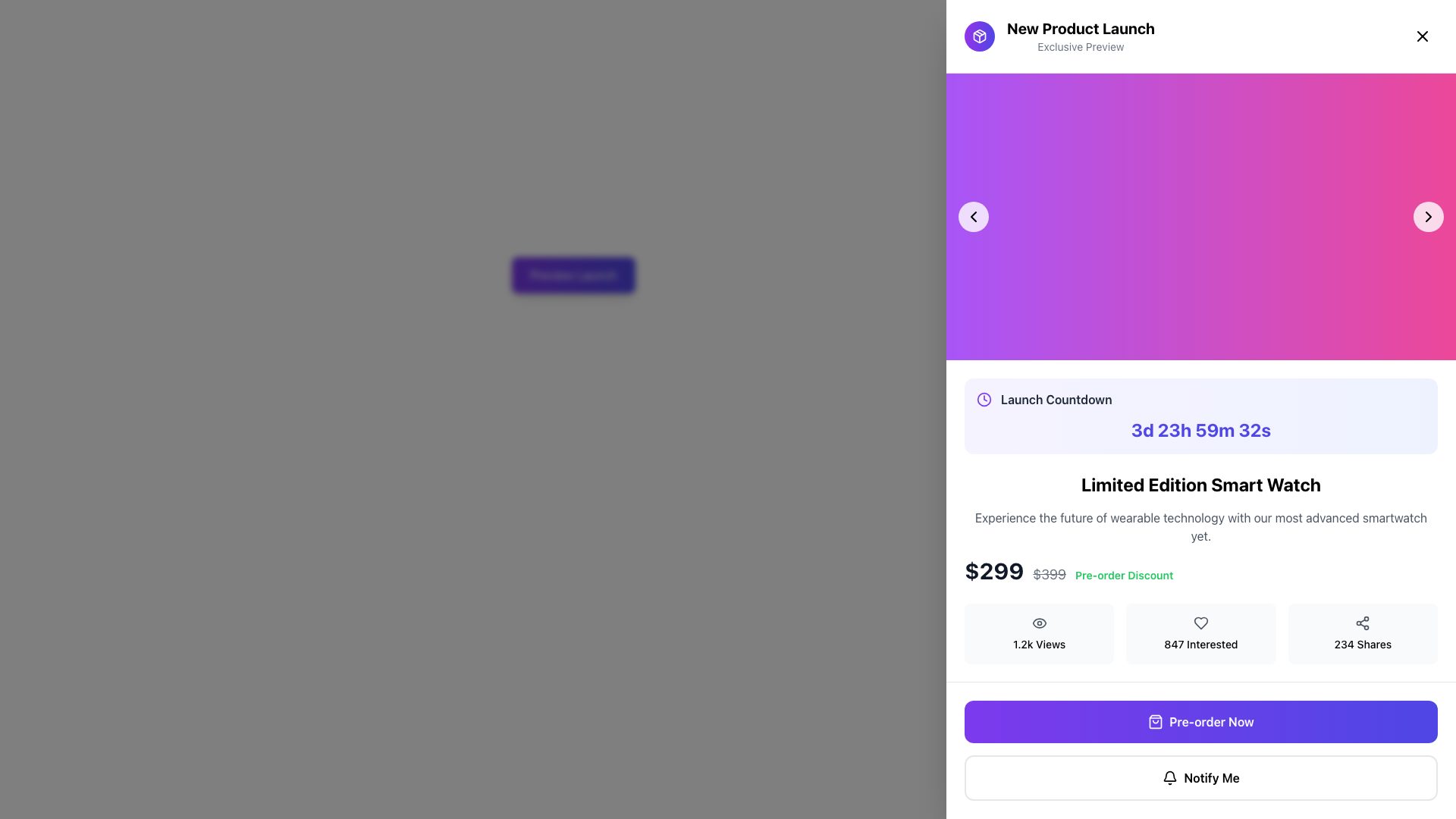  I want to click on text from the small gray-colored label that says 'Exclusive Preview', located directly below the title 'New Product Launch' in the top-right region of the interface, so click(1080, 45).